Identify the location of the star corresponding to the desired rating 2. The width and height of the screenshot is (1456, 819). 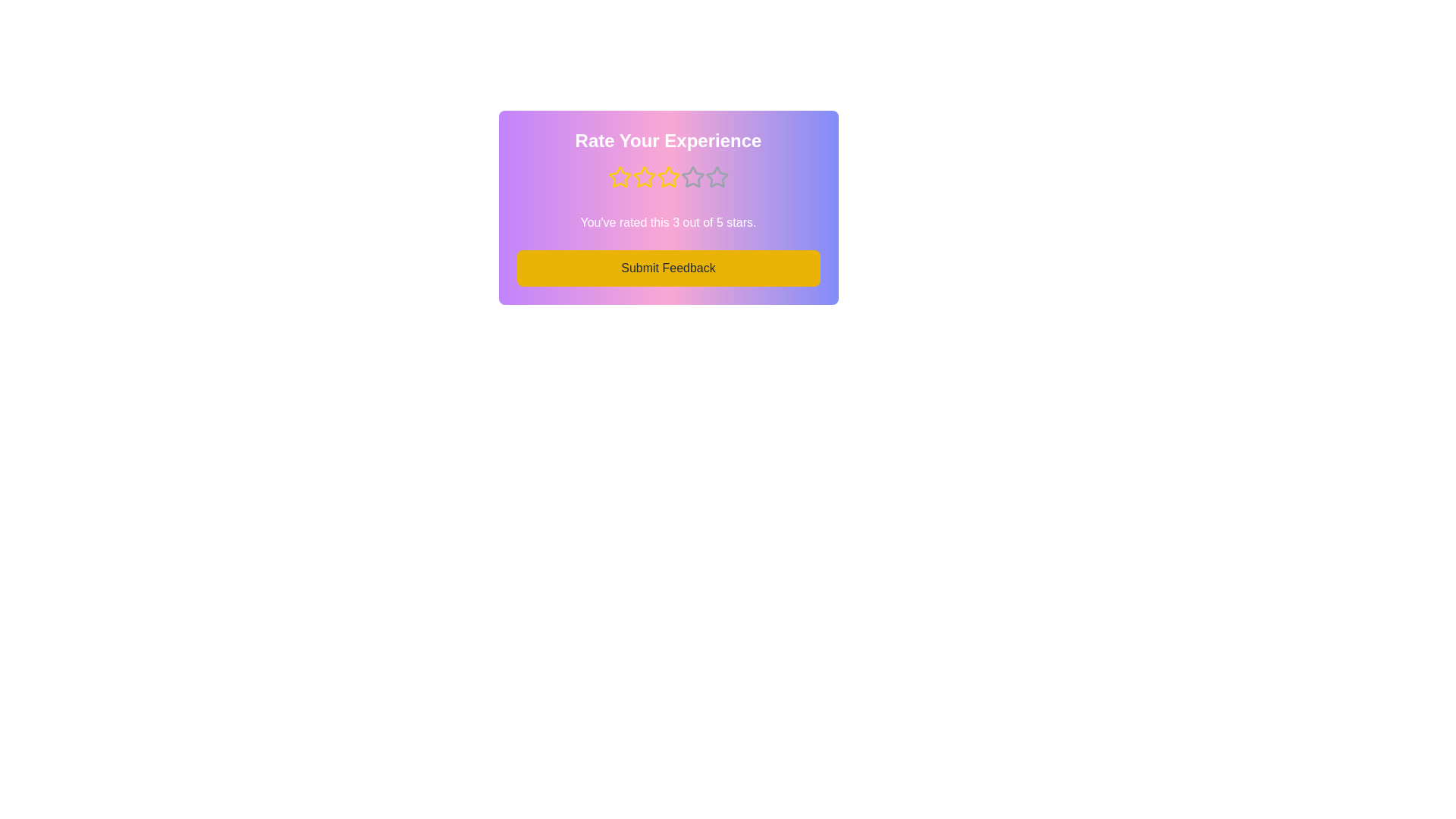
(644, 177).